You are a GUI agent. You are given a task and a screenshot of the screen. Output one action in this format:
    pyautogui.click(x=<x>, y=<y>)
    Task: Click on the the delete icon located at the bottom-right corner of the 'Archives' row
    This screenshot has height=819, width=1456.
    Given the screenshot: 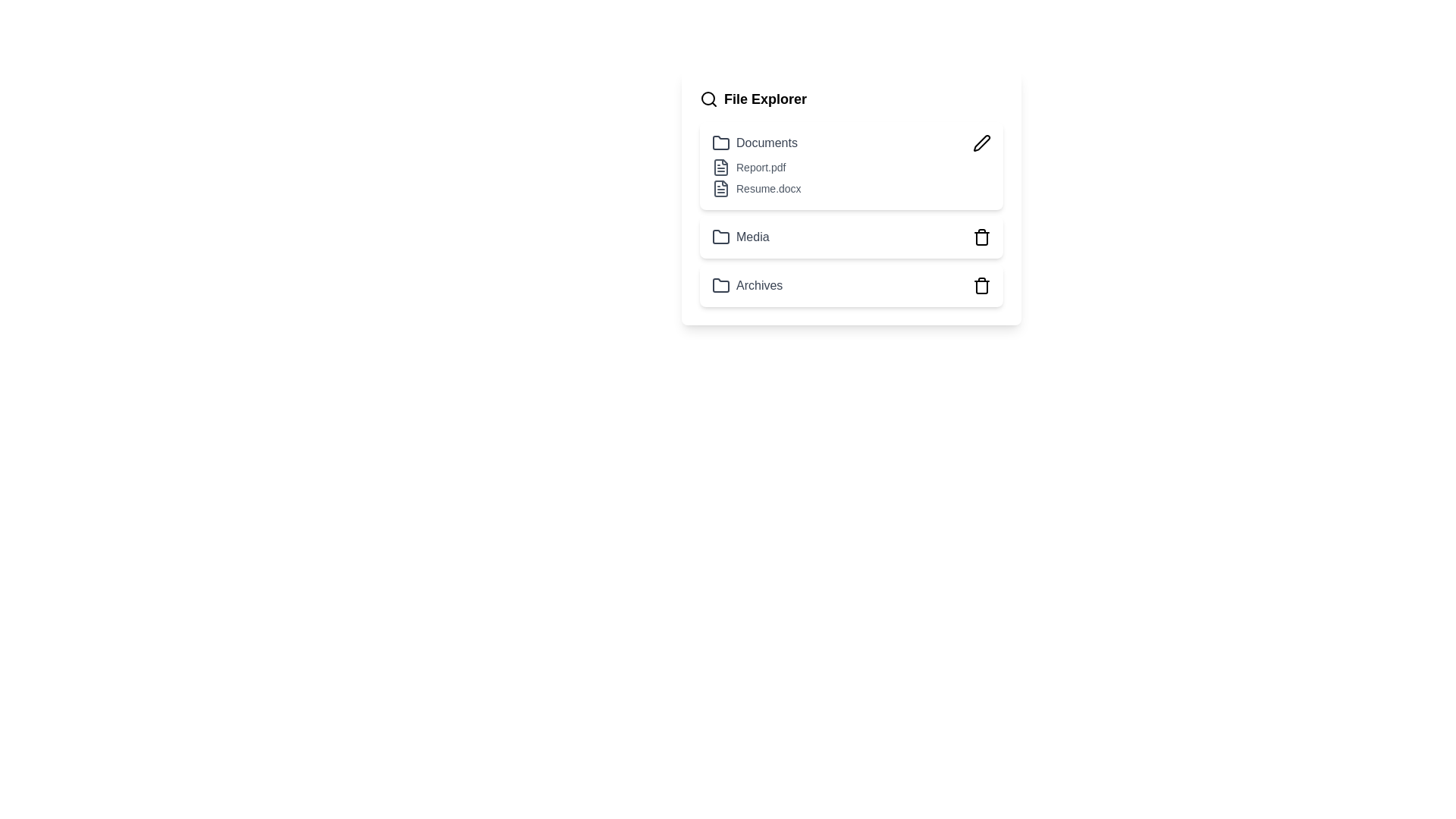 What is the action you would take?
    pyautogui.click(x=982, y=286)
    